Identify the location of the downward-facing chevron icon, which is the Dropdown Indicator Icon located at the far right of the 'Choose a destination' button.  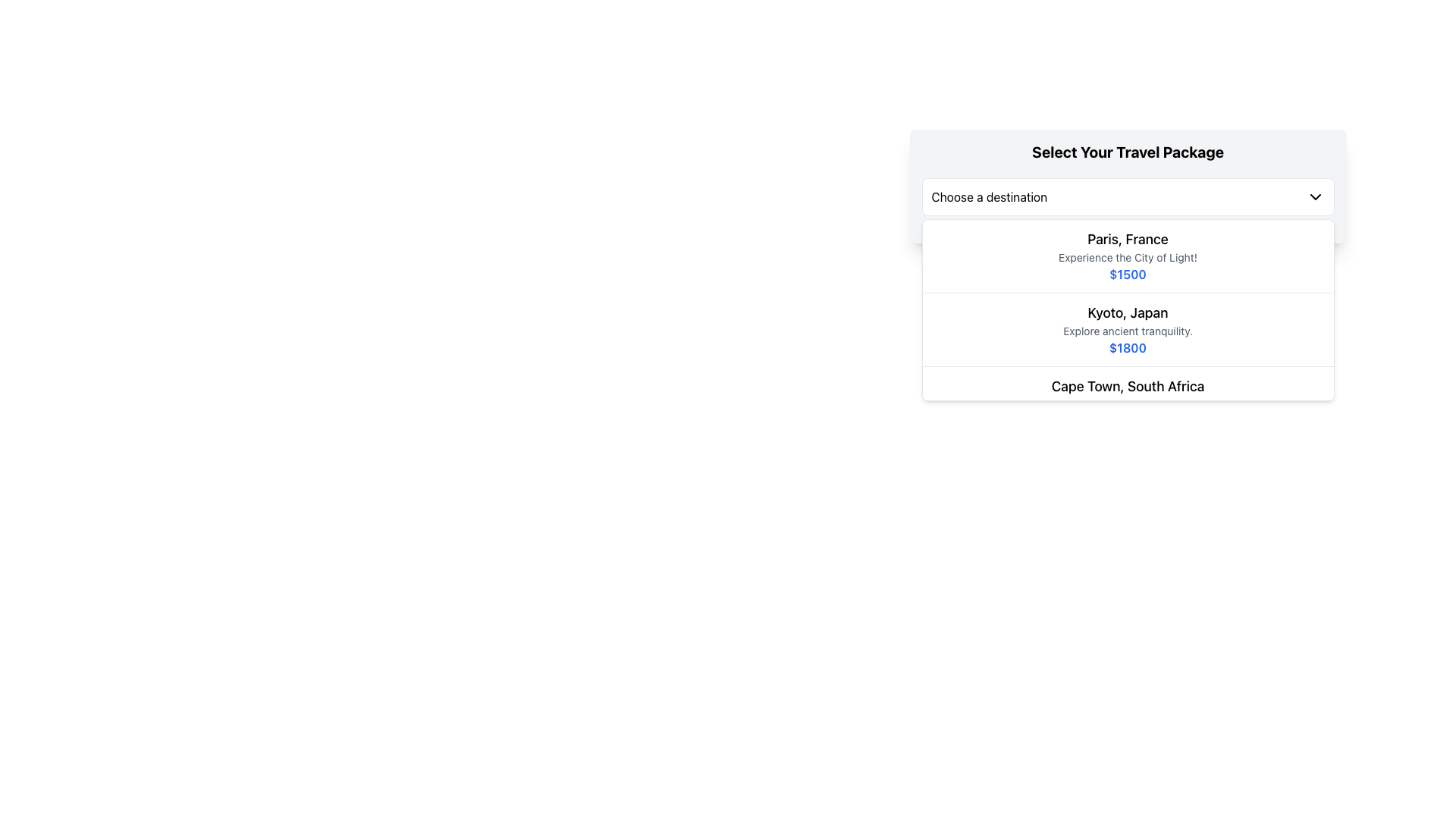
(1314, 196).